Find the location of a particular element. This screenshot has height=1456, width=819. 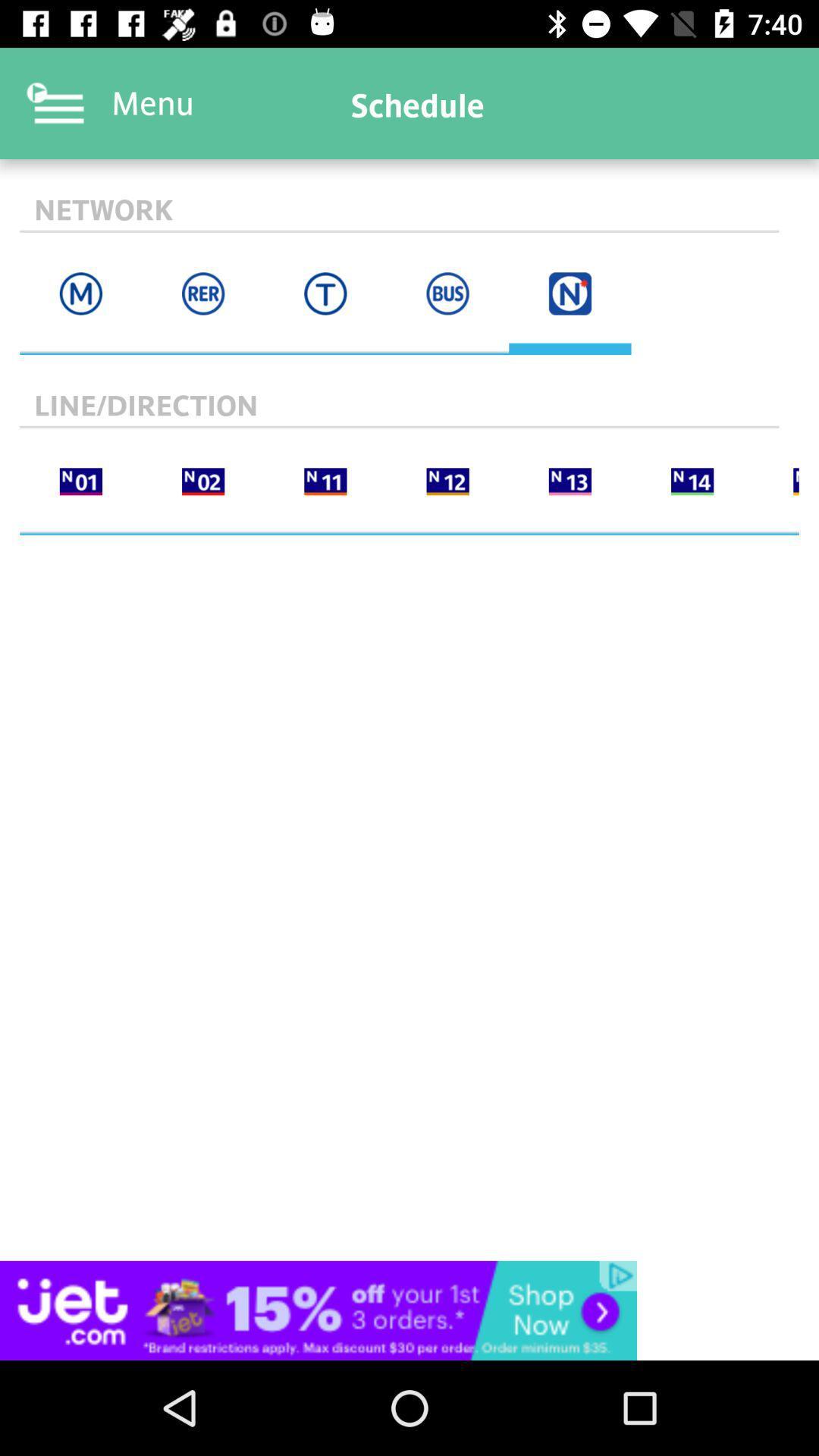

the more icon is located at coordinates (776, 481).